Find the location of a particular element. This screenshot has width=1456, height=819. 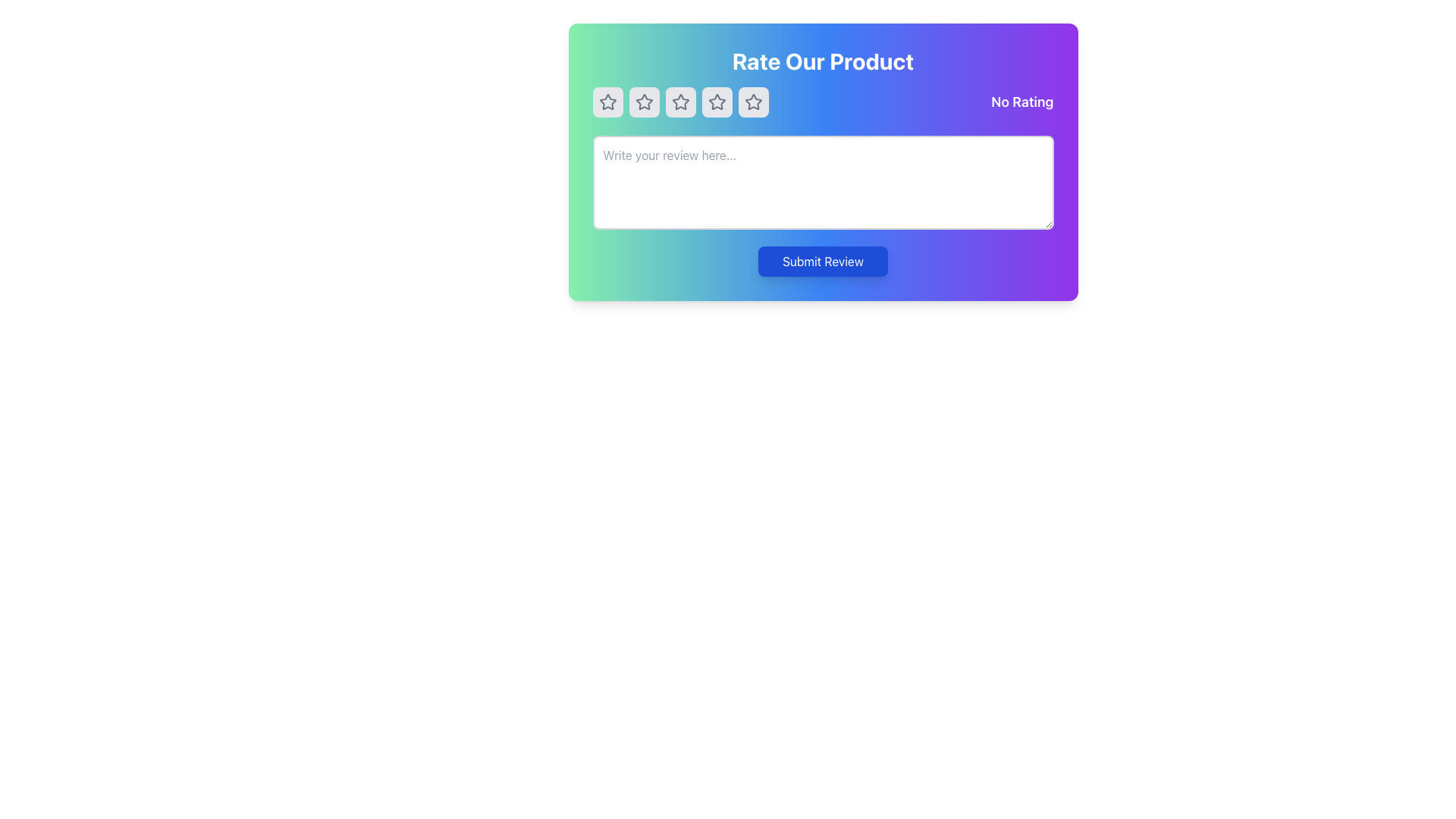

the fourth star in the rating row is located at coordinates (753, 102).